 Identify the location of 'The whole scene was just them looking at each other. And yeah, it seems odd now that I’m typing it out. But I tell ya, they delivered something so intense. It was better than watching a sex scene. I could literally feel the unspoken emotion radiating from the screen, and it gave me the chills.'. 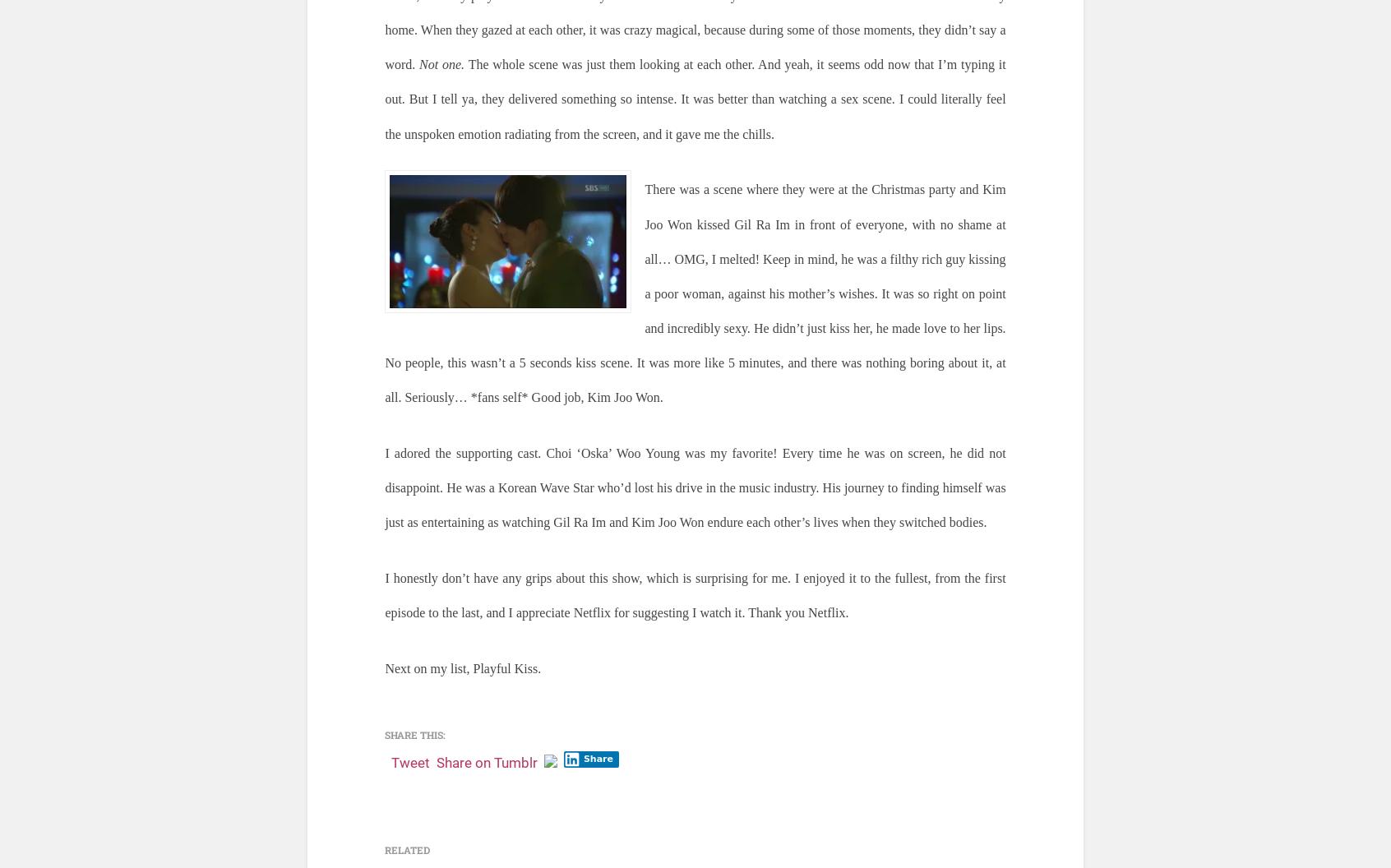
(695, 98).